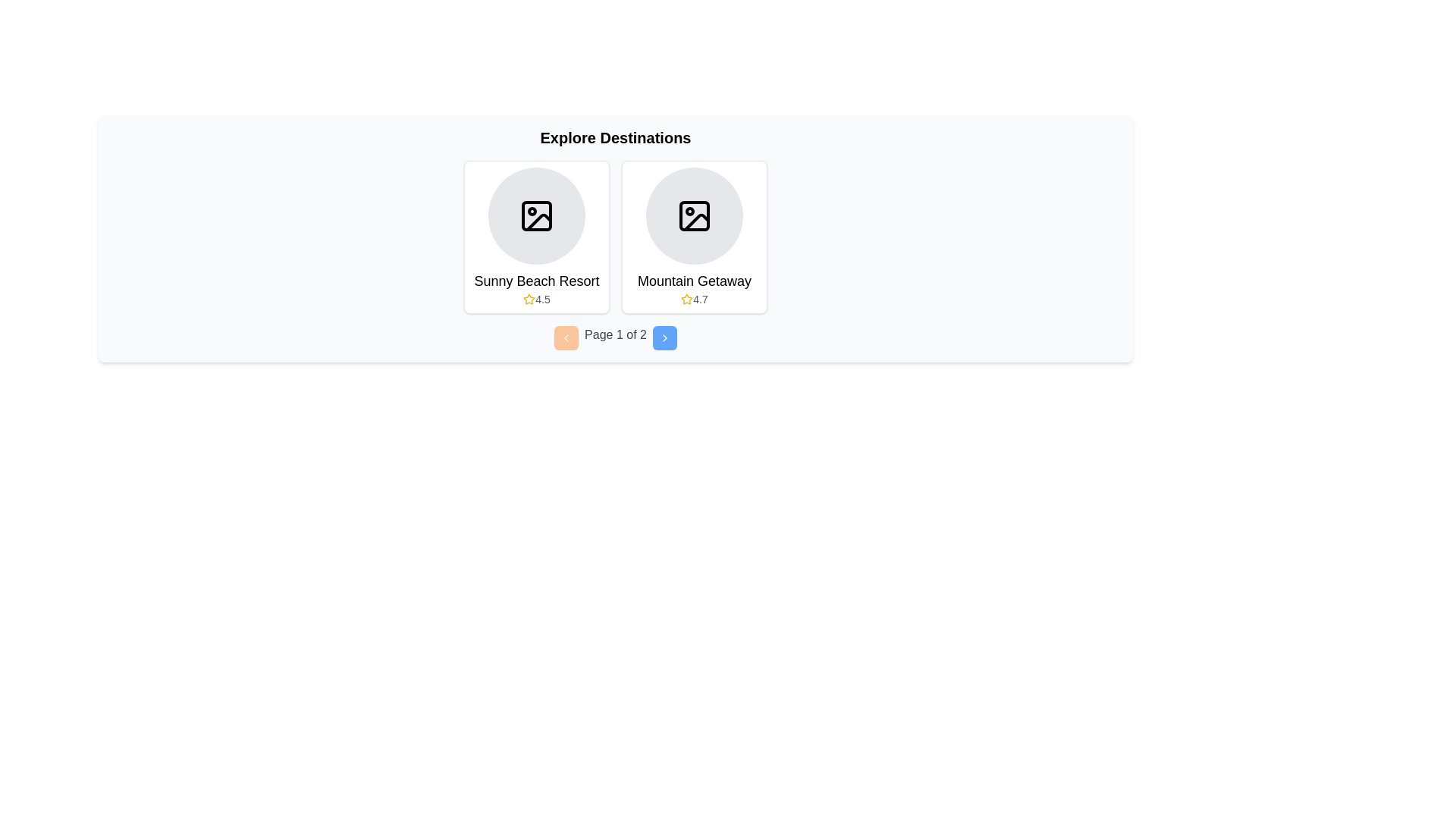  What do you see at coordinates (694, 281) in the screenshot?
I see `the text label that identifies the name of the corresponding destination, located at the lower portion of the second card in a horizontal row, positioned below the circular image placeholder` at bounding box center [694, 281].